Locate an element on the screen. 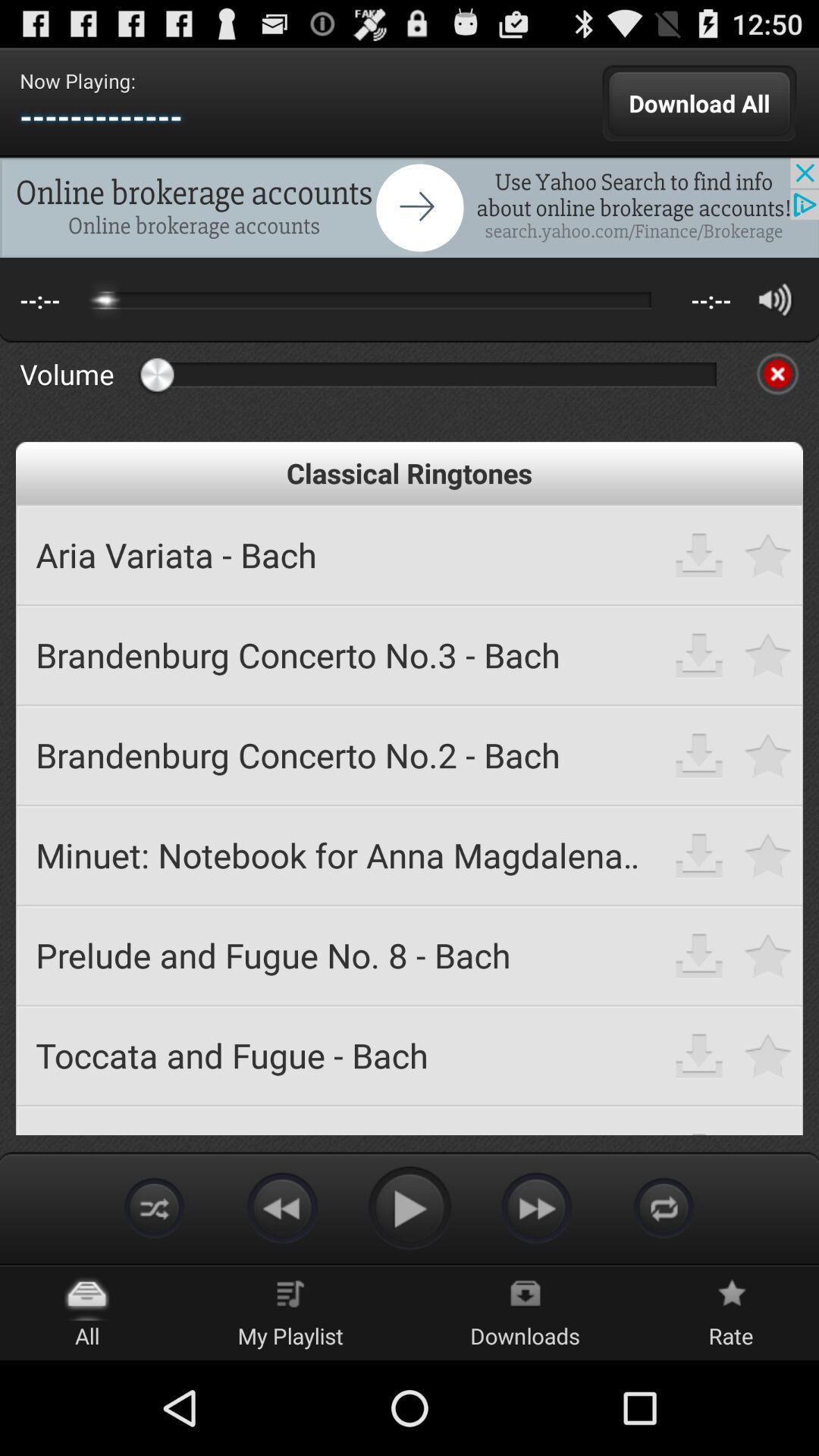  previous song is located at coordinates (281, 1207).